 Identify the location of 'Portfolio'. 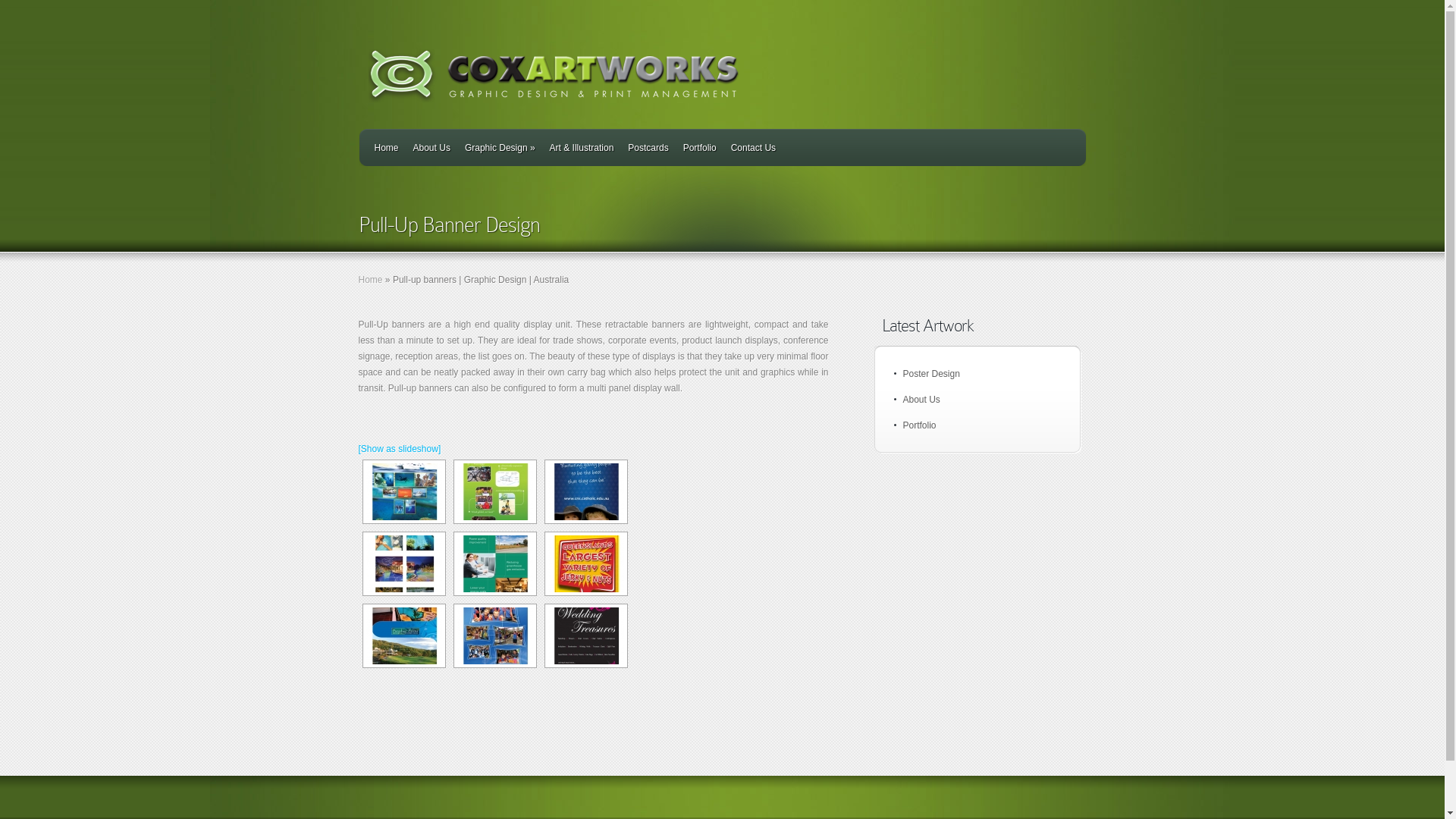
(682, 148).